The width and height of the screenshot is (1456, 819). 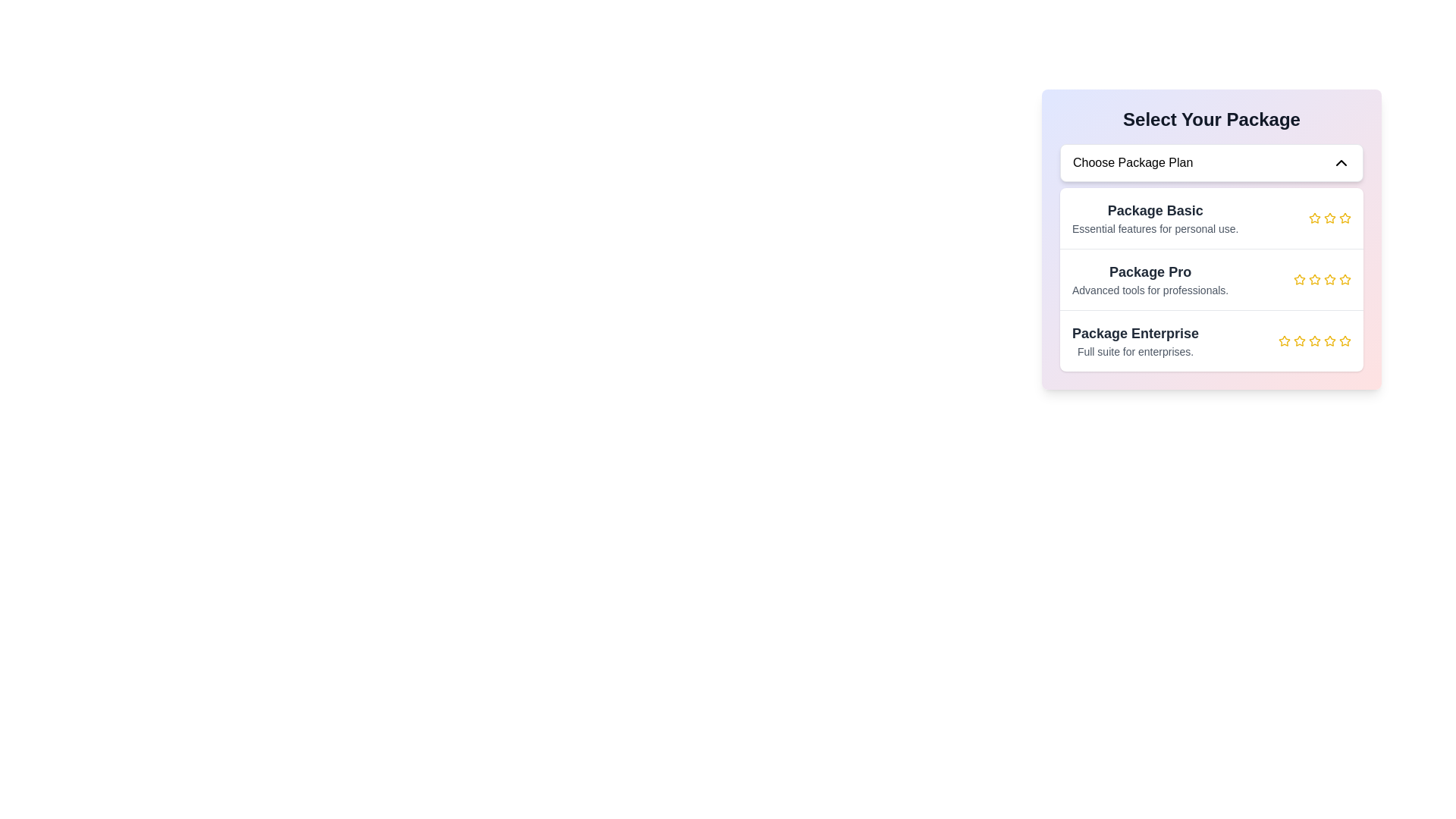 I want to click on the third yellow star icon representing the 'Package Pro' option, so click(x=1313, y=280).